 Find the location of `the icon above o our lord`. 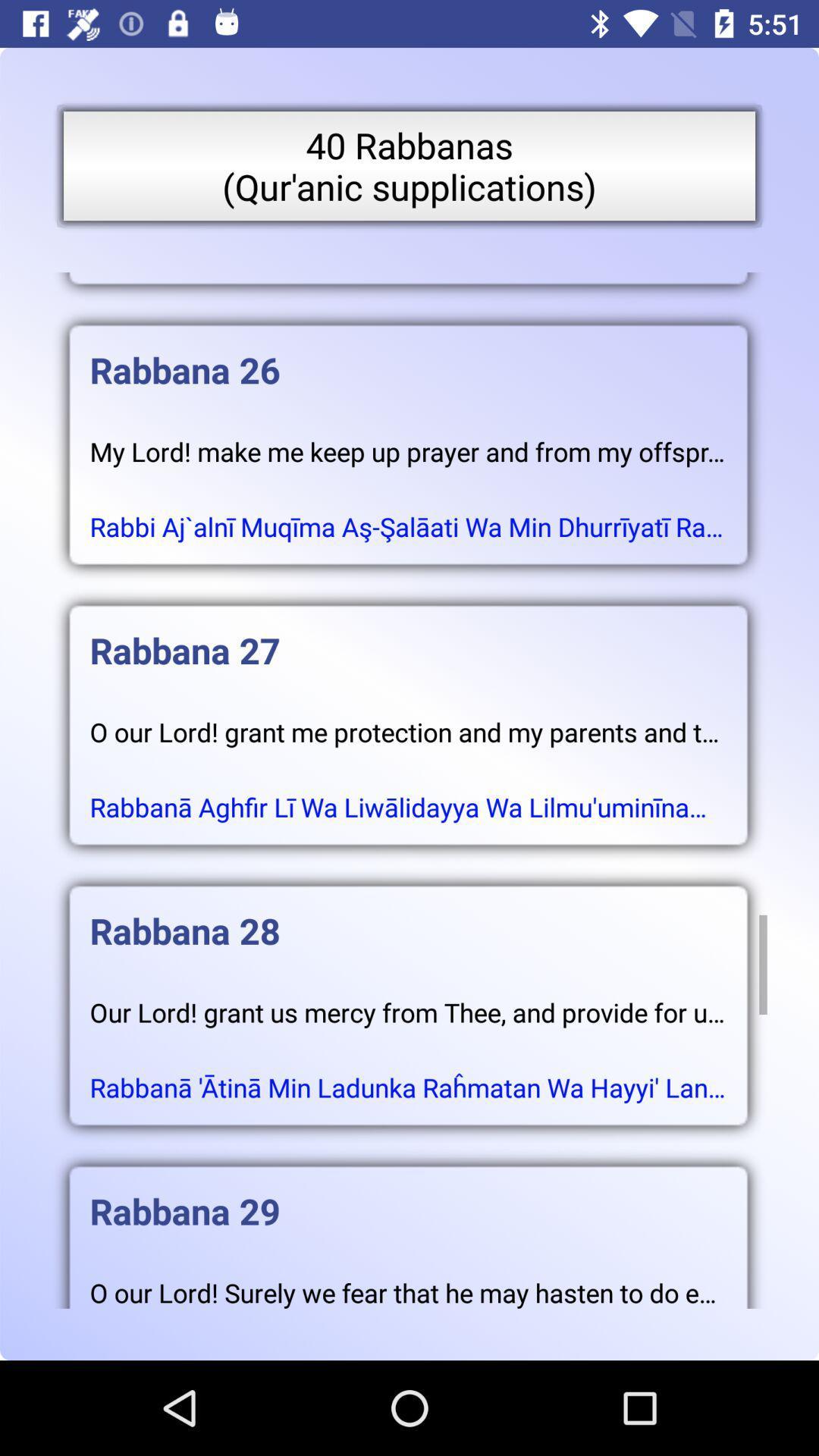

the icon above o our lord is located at coordinates (407, 635).